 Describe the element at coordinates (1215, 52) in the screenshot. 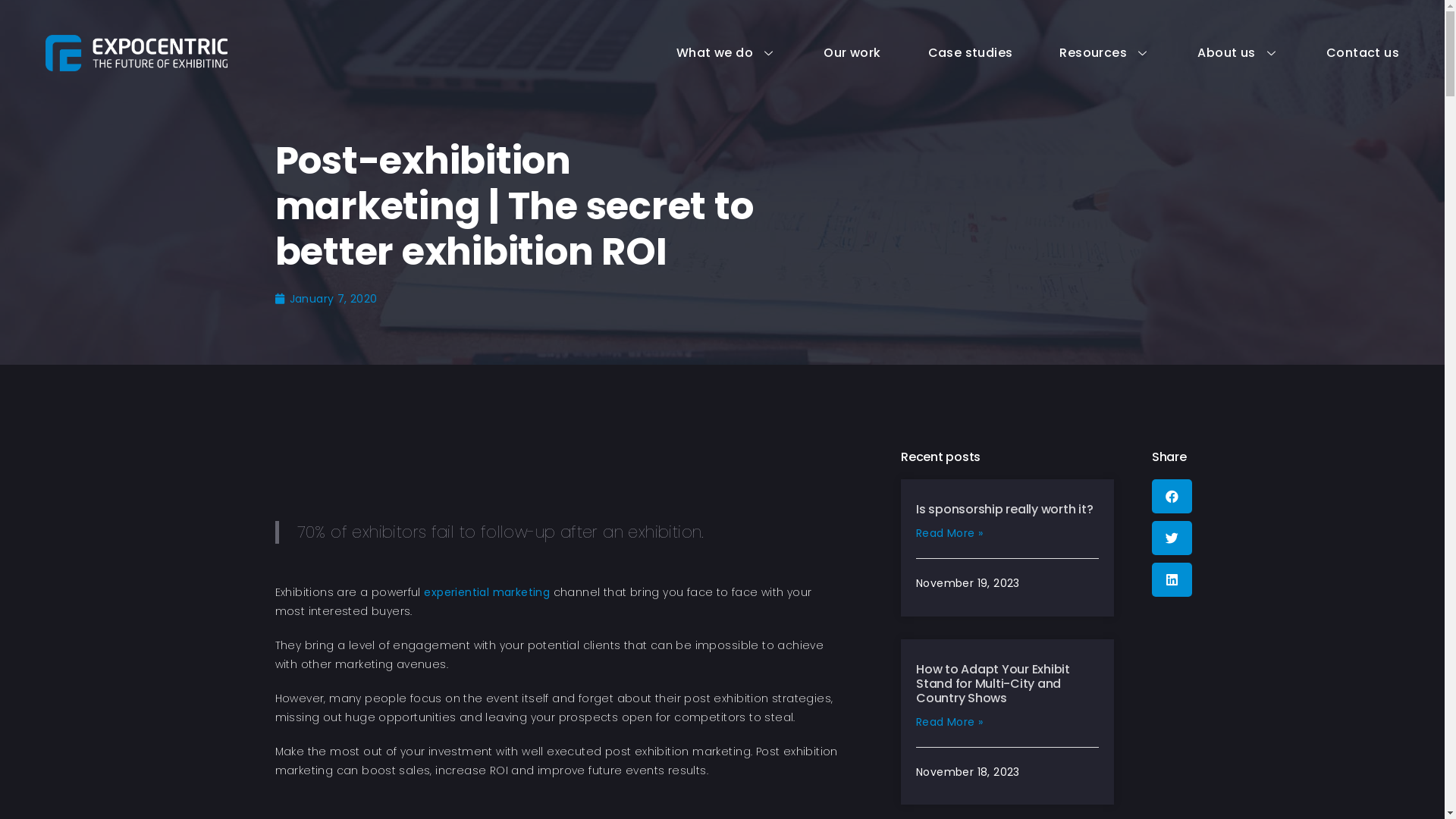

I see `'About us'` at that location.